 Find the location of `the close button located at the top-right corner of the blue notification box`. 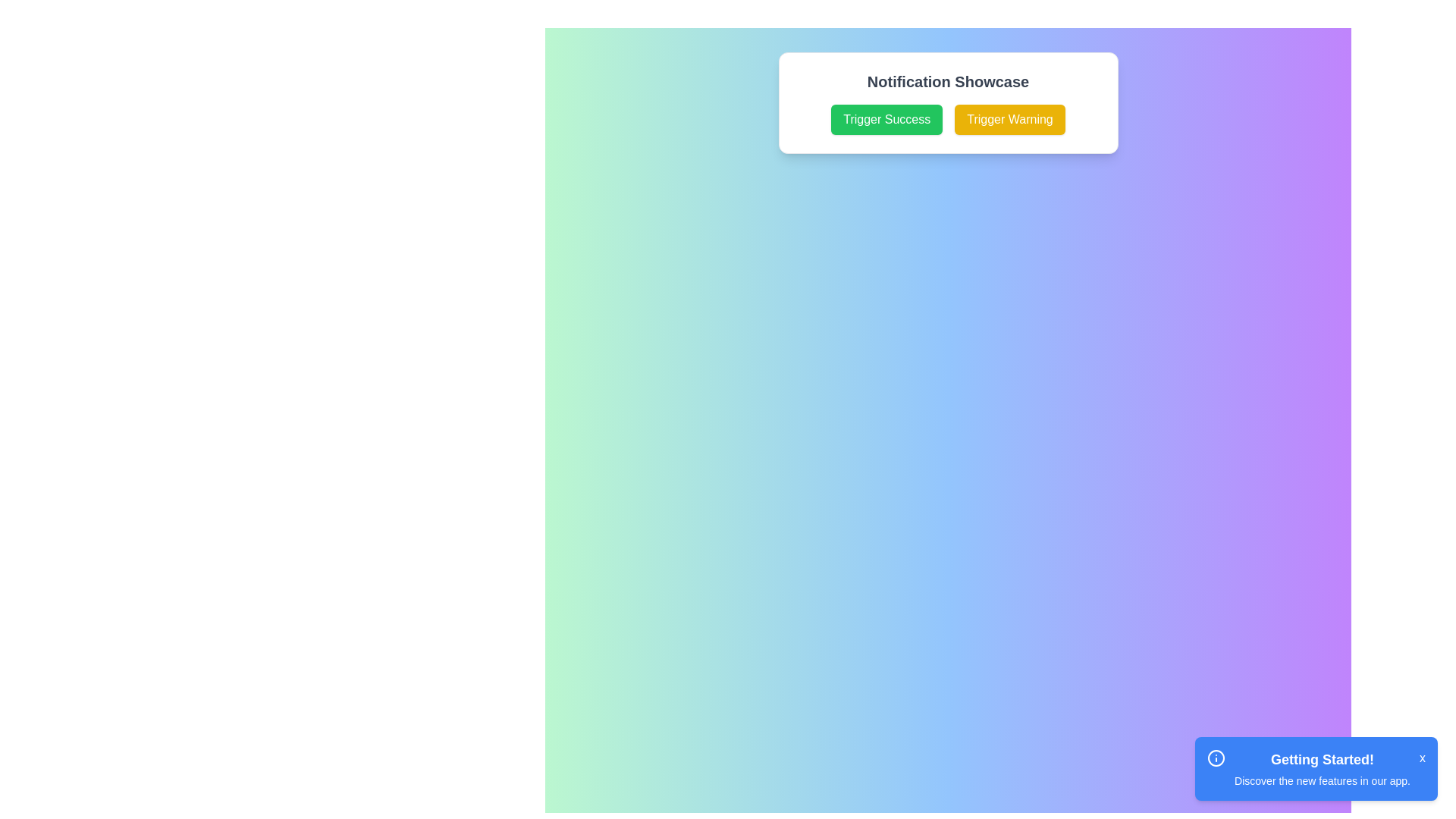

the close button located at the top-right corner of the blue notification box is located at coordinates (1422, 758).